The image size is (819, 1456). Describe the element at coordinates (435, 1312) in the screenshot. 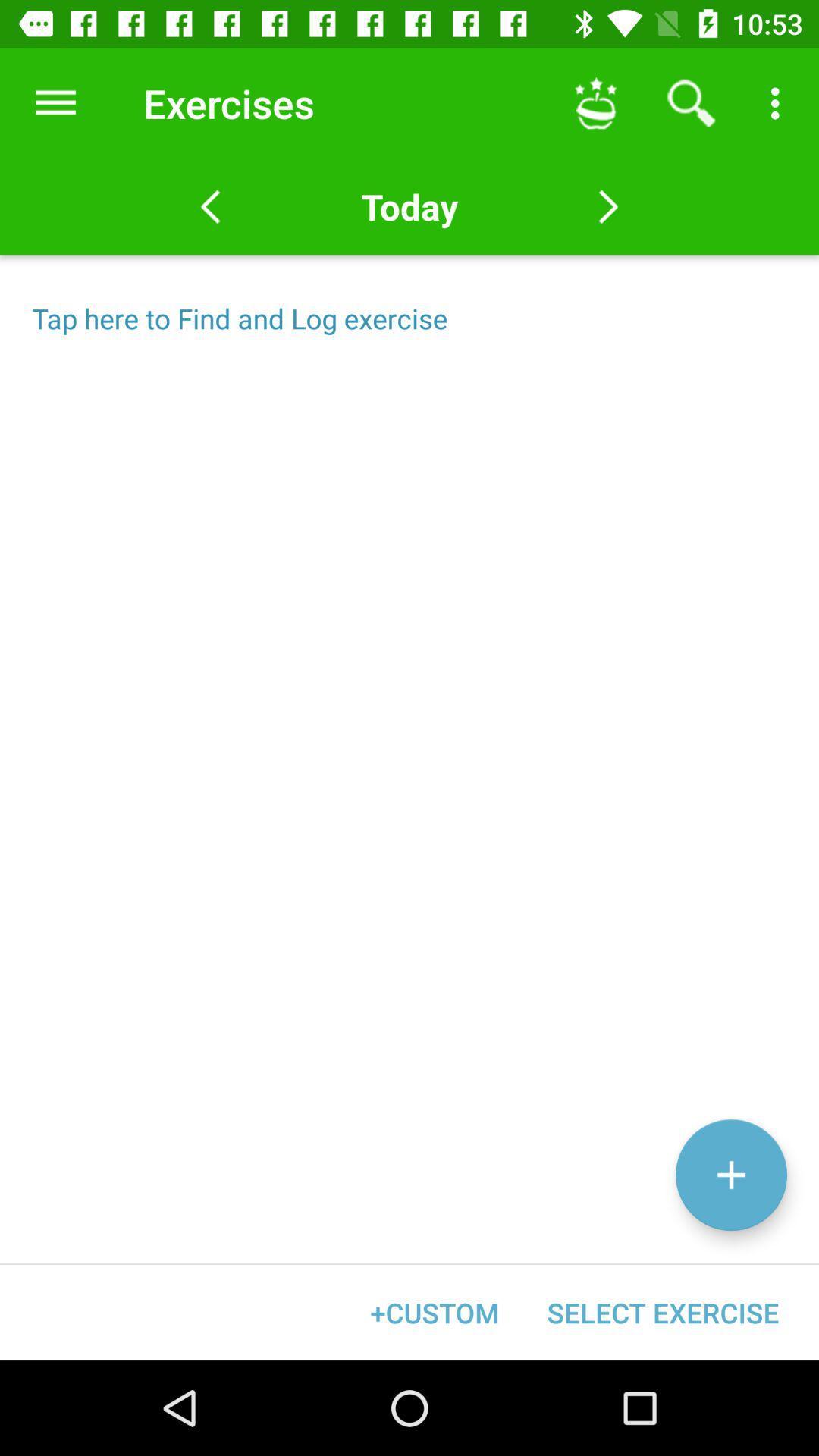

I see `the icon next to select exercise` at that location.